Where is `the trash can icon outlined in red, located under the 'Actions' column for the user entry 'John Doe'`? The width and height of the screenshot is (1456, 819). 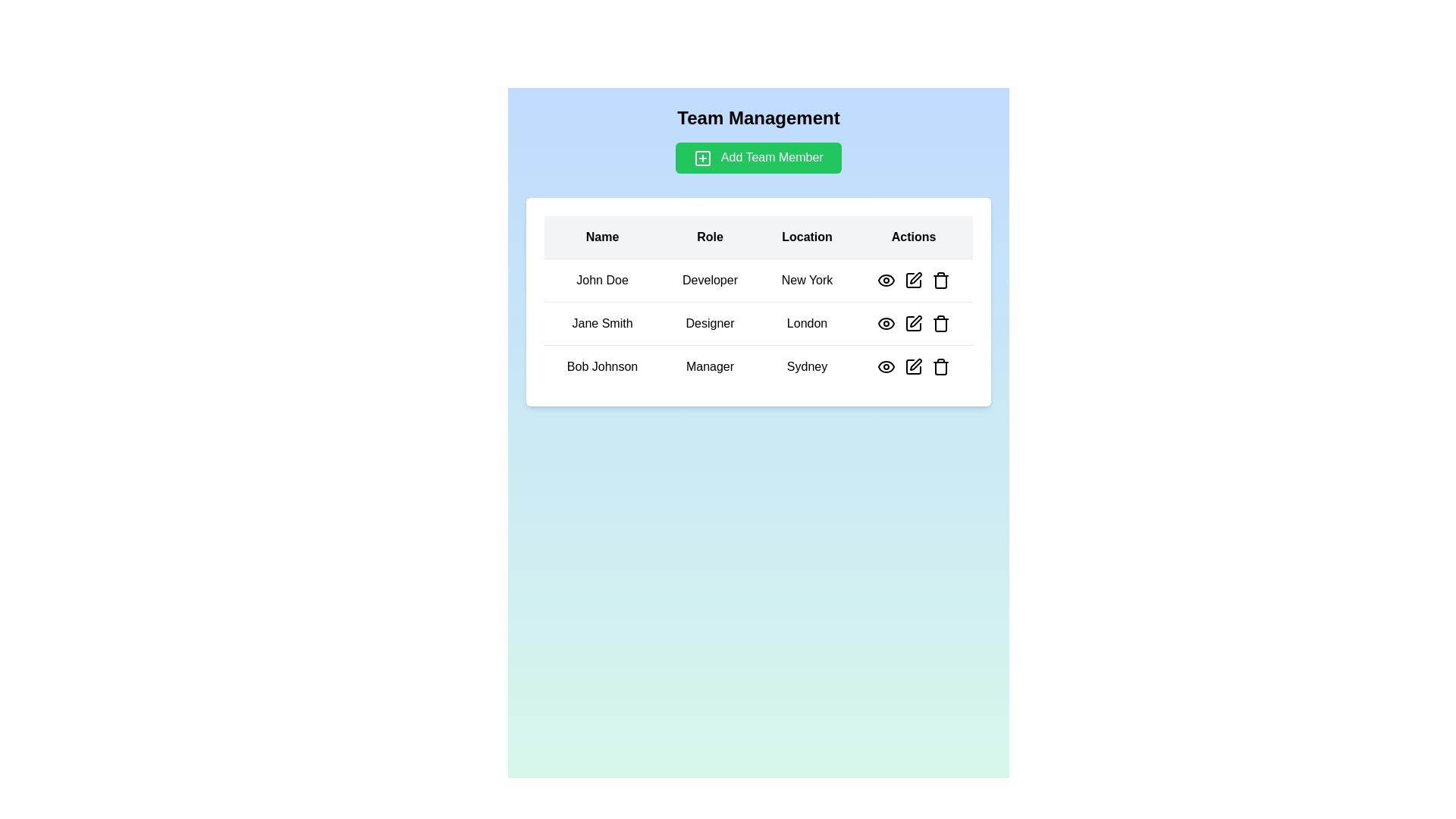 the trash can icon outlined in red, located under the 'Actions' column for the user entry 'John Doe' is located at coordinates (940, 281).